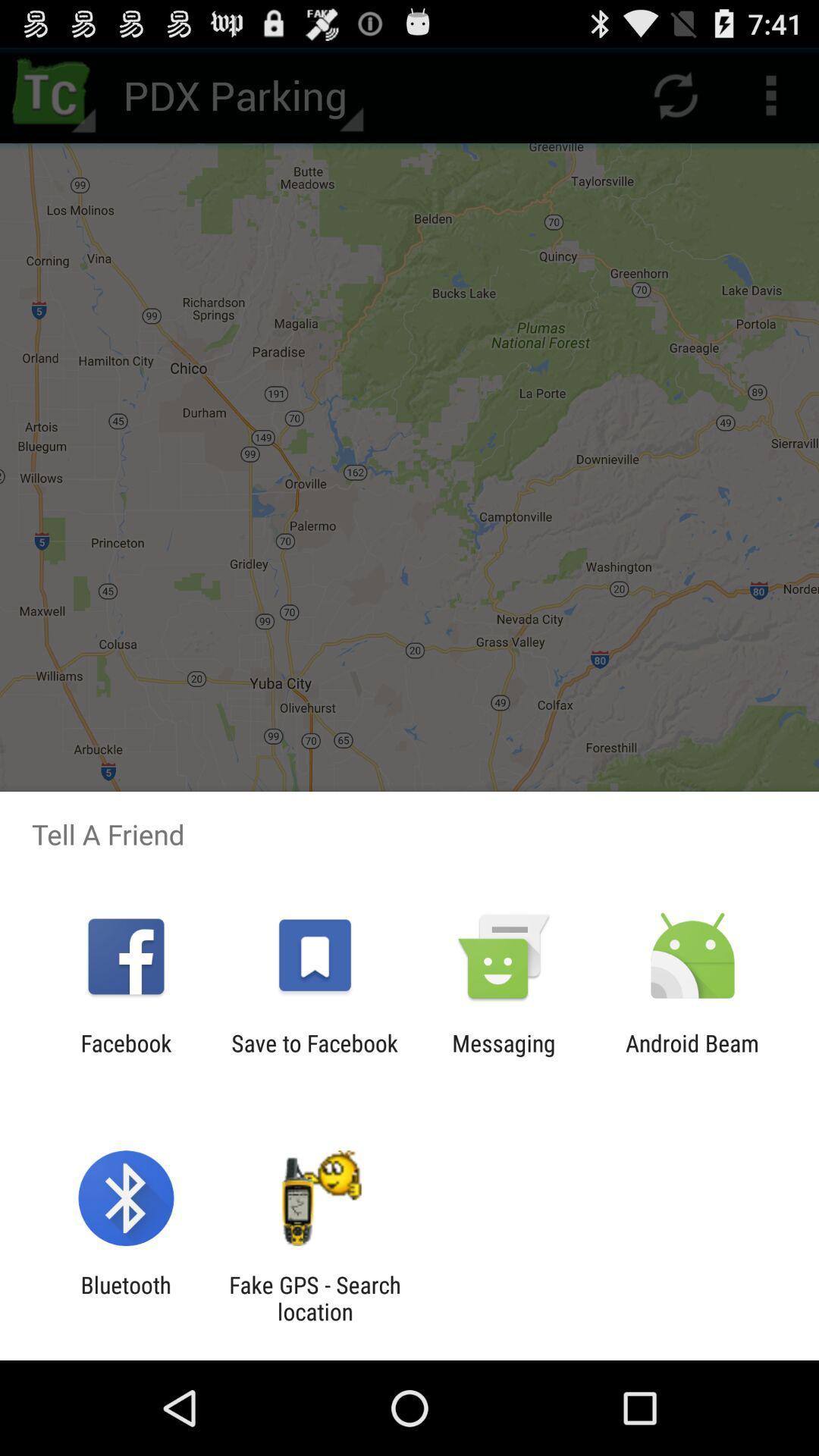 The height and width of the screenshot is (1456, 819). Describe the element at coordinates (504, 1056) in the screenshot. I see `the app to the right of the save to facebook app` at that location.